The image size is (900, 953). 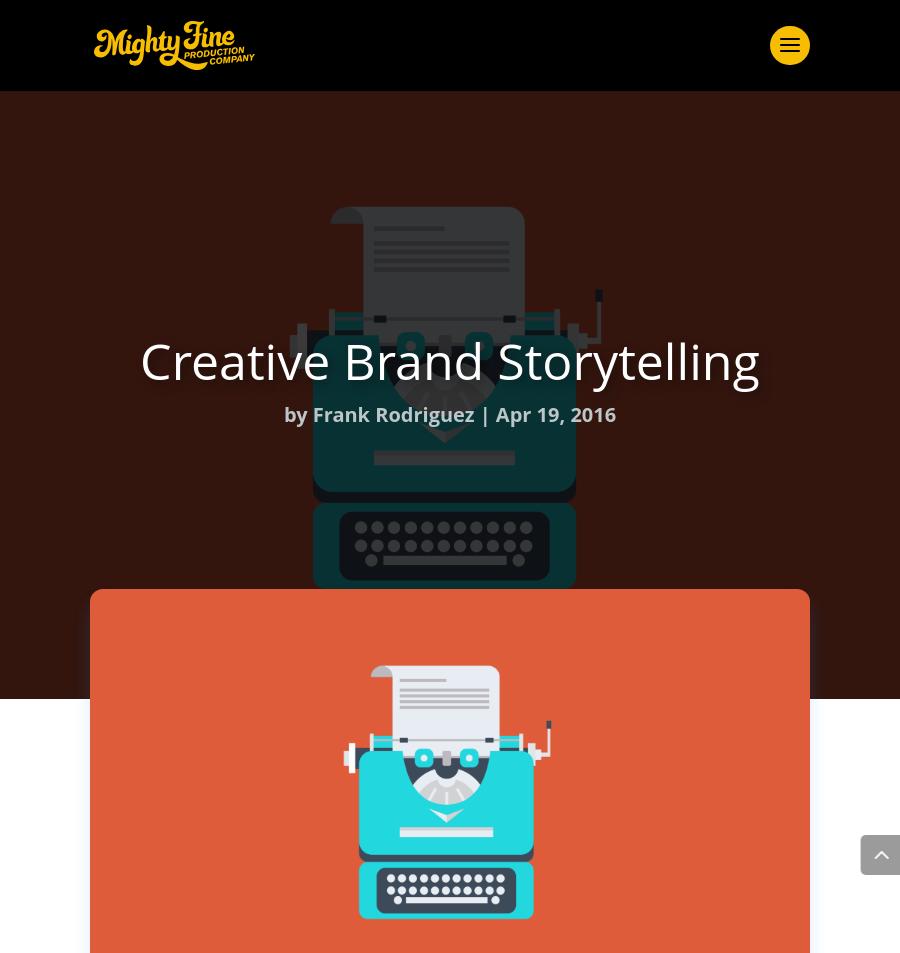 I want to click on 'Services', so click(x=449, y=319).